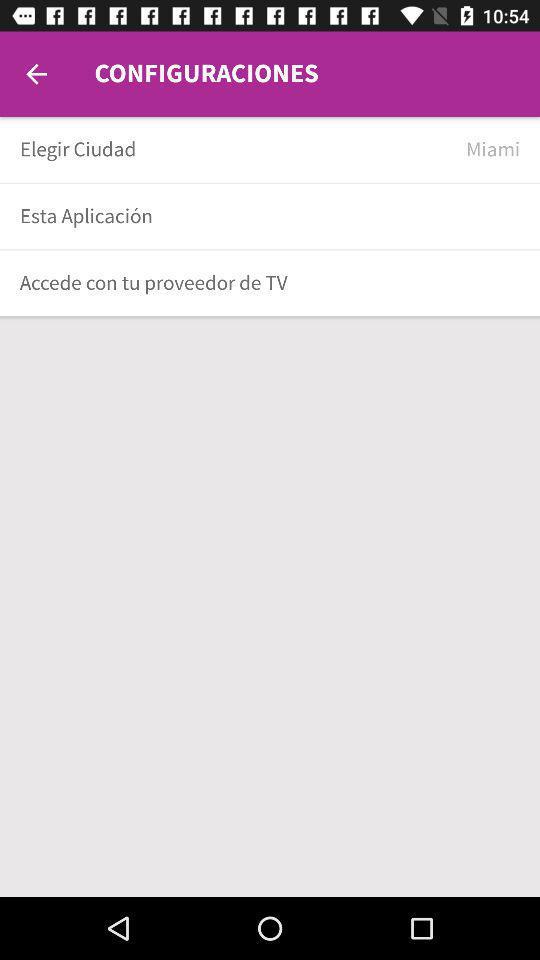 The width and height of the screenshot is (540, 960). I want to click on the item above the elegir ciudad icon, so click(36, 74).